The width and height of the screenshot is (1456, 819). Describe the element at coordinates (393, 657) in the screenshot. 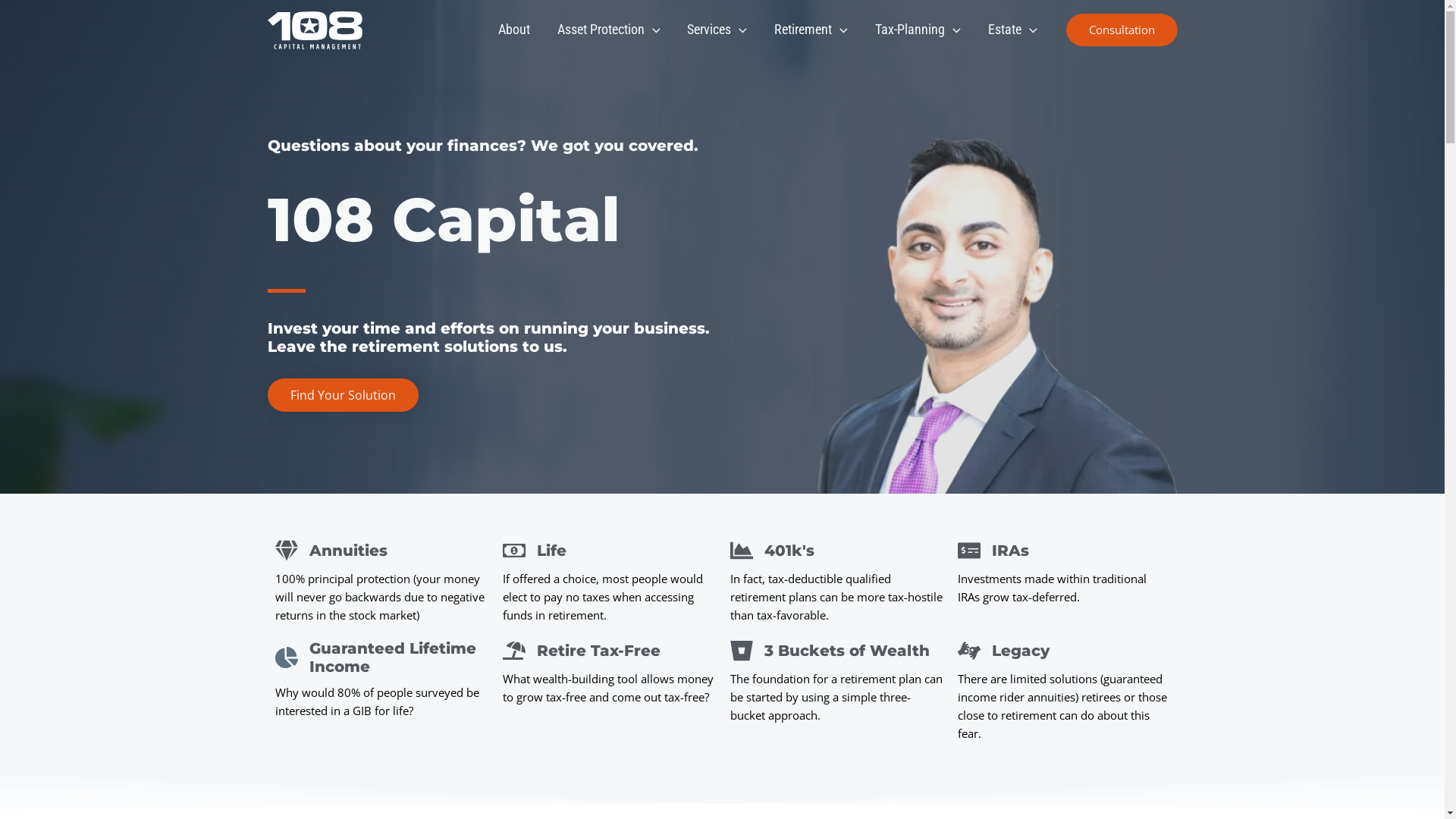

I see `'Guaranteed Lifetime Income'` at that location.